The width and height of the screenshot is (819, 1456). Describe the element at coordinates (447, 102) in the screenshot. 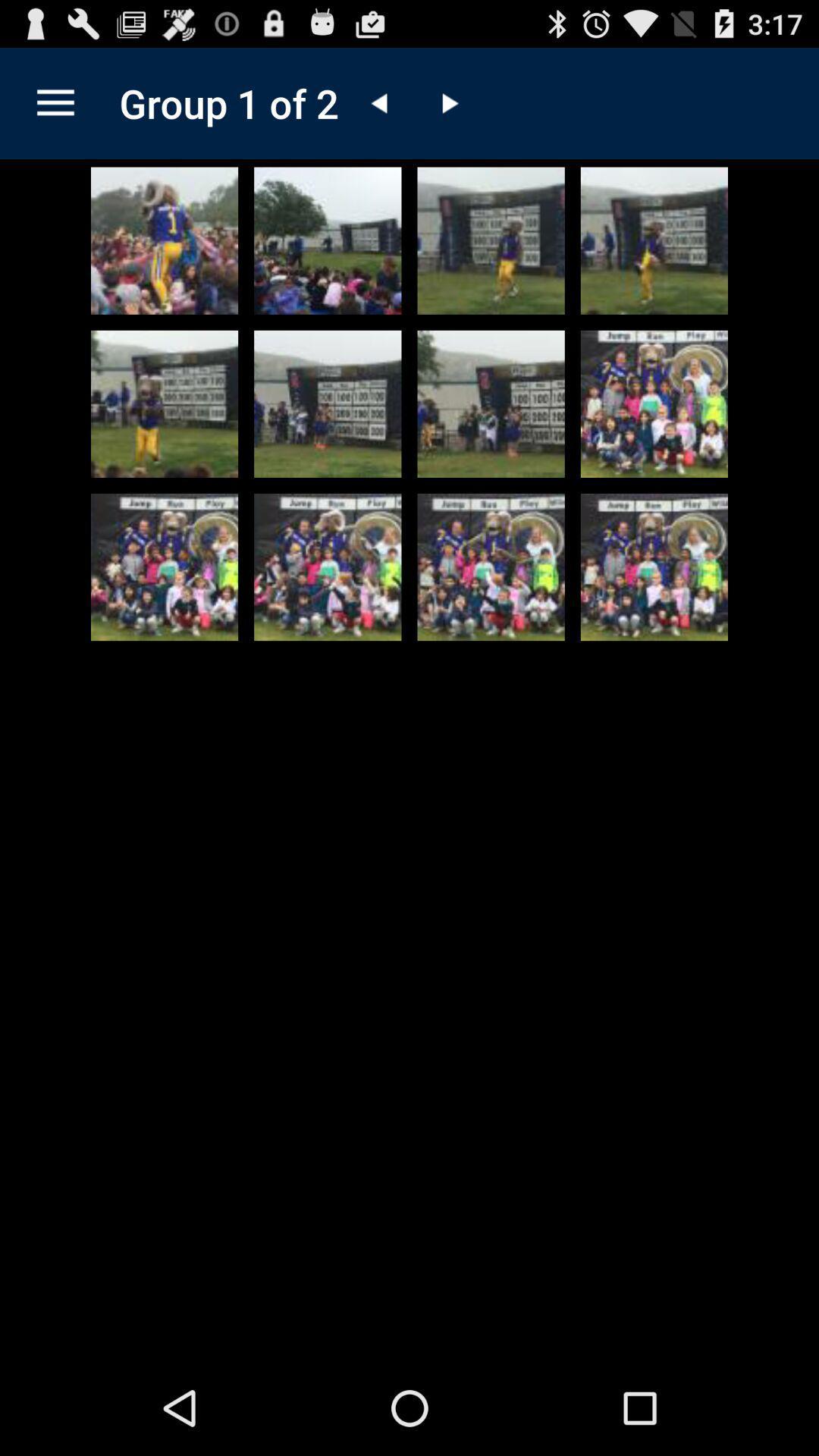

I see `next page` at that location.